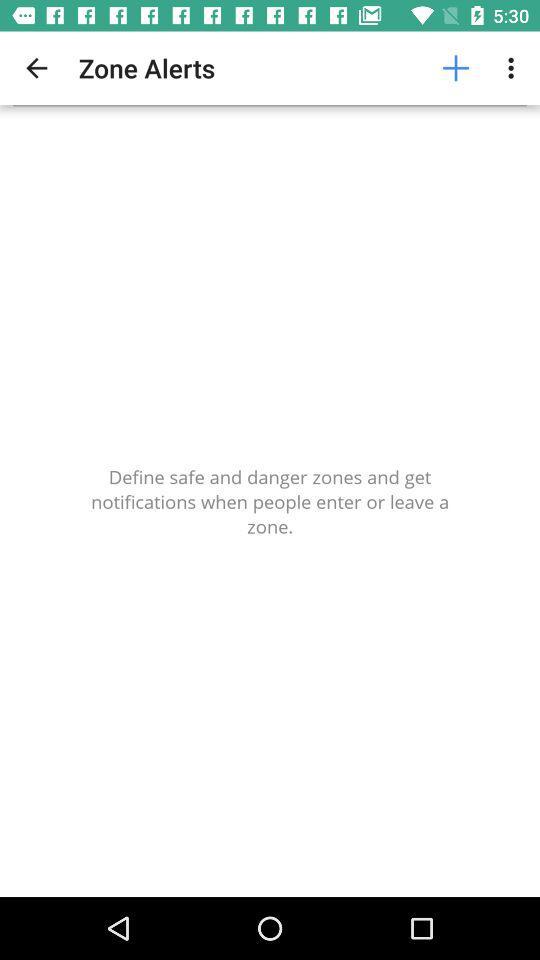 The image size is (540, 960). I want to click on the item next to the zone alerts item, so click(455, 68).